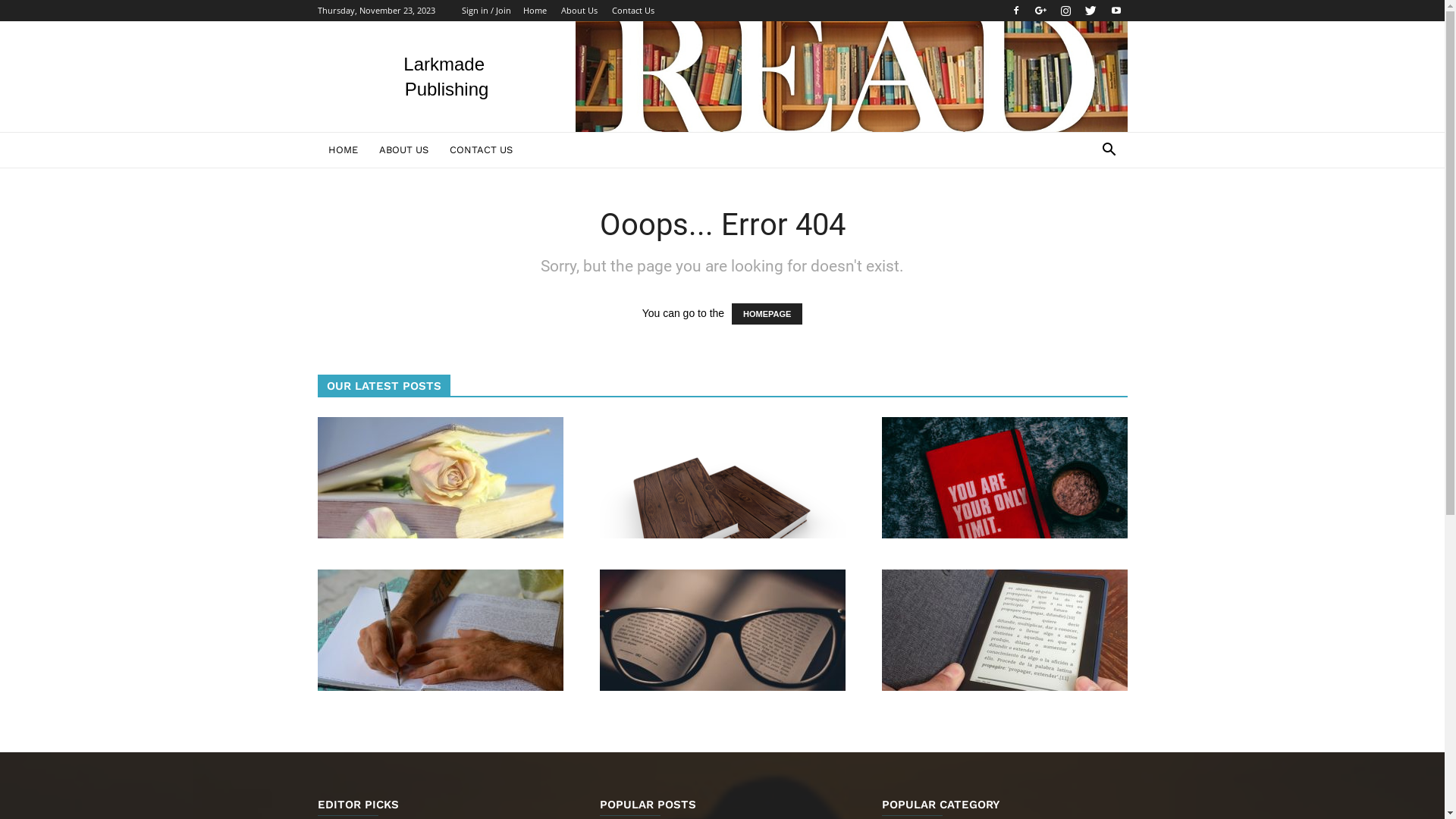 The image size is (1456, 819). I want to click on 'CONTACT US', so click(437, 149).